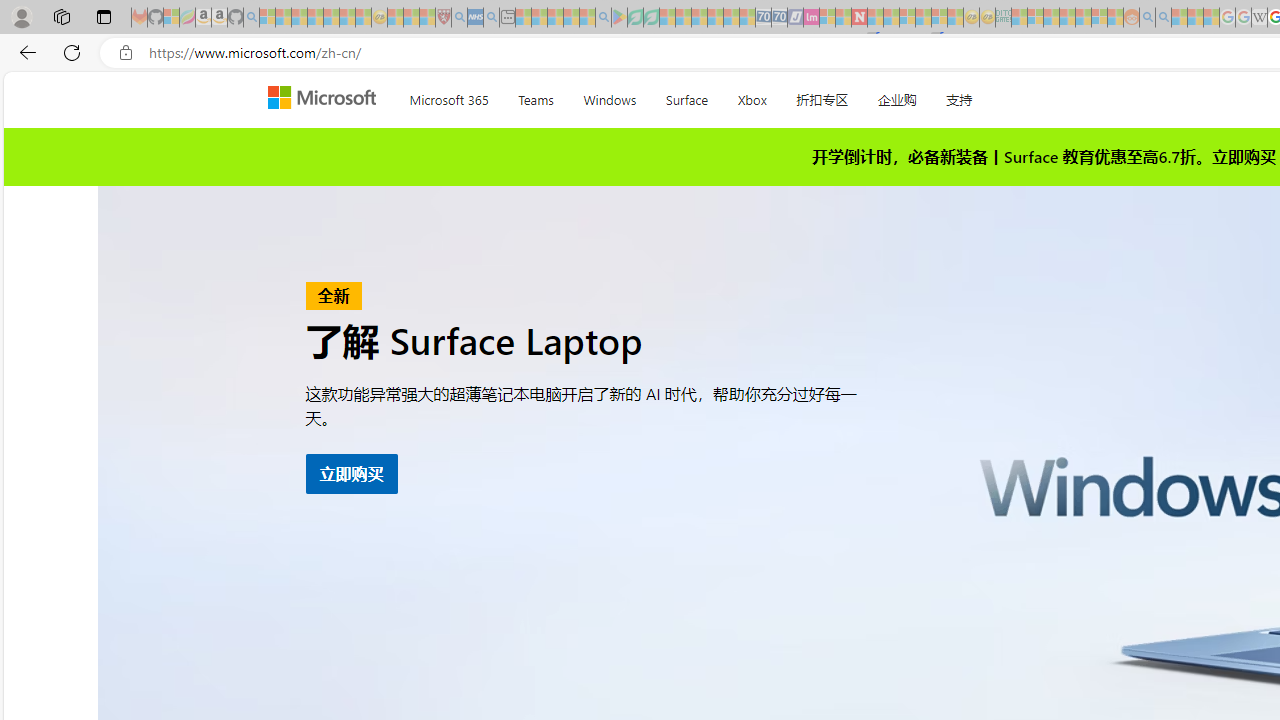  Describe the element at coordinates (778, 17) in the screenshot. I see `'Cheap Hotels - Save70.com - Sleeping'` at that location.